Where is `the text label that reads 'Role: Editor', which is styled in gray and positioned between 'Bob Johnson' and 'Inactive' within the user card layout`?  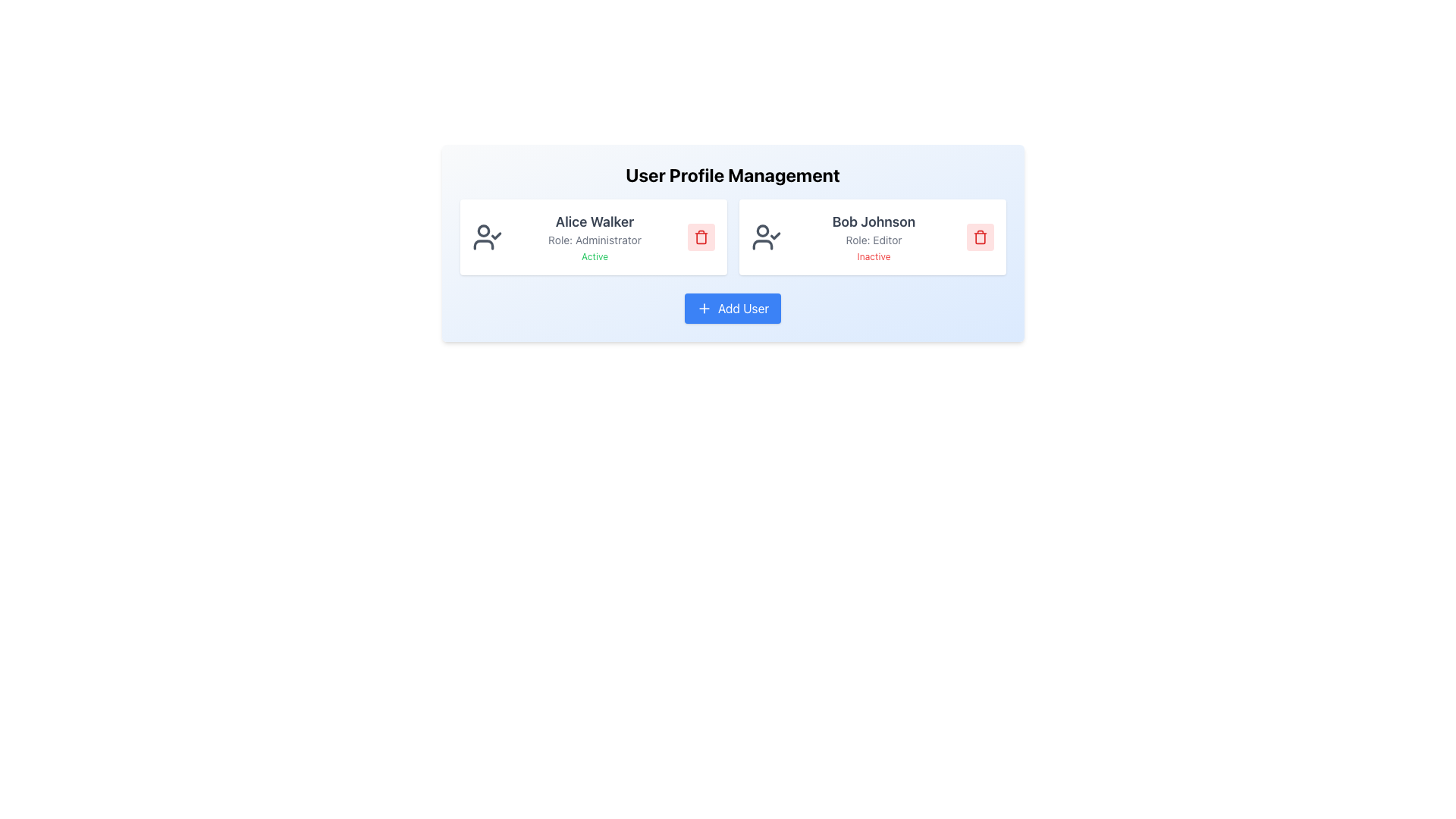
the text label that reads 'Role: Editor', which is styled in gray and positioned between 'Bob Johnson' and 'Inactive' within the user card layout is located at coordinates (874, 239).